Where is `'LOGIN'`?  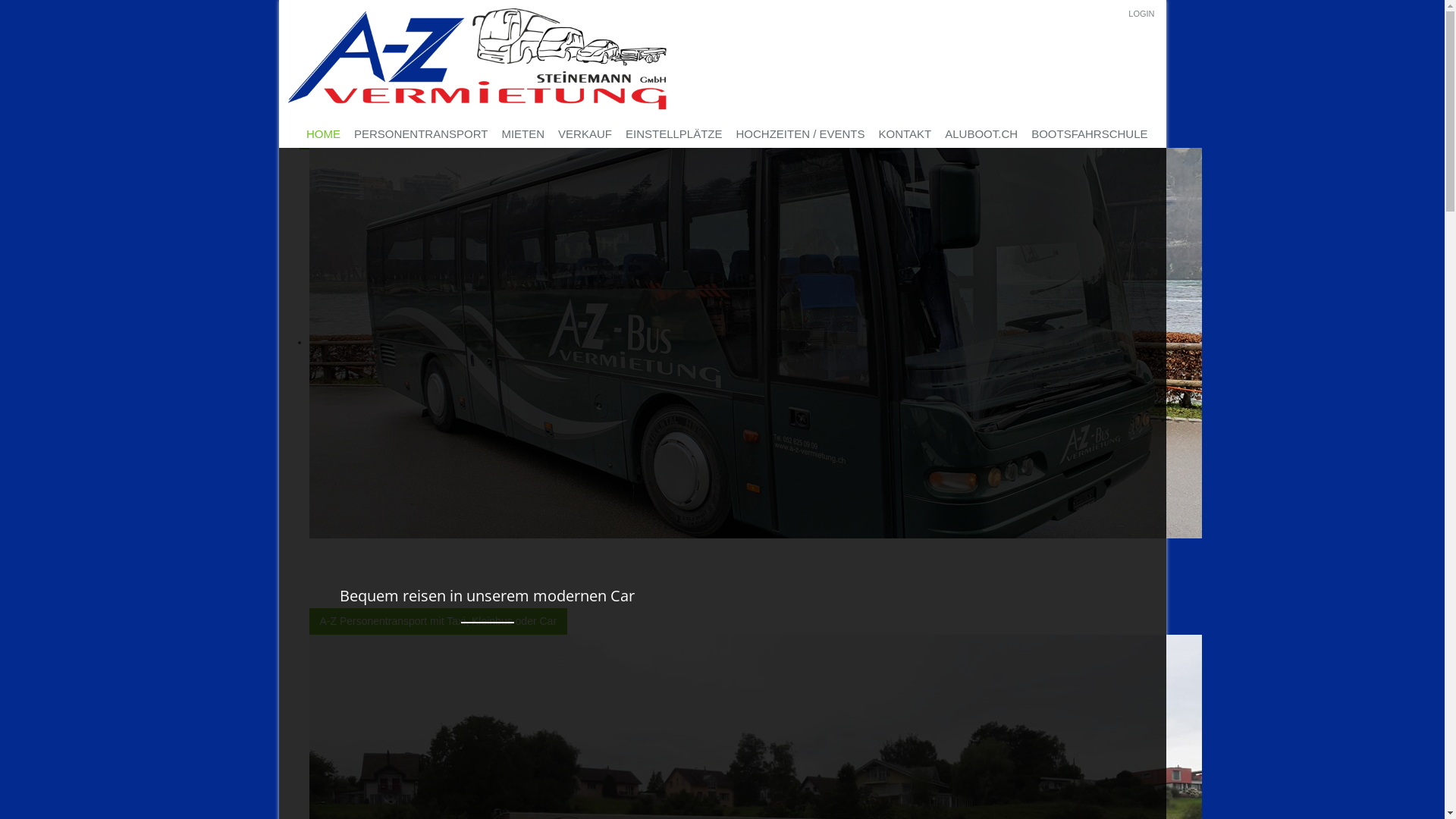
'LOGIN' is located at coordinates (1128, 14).